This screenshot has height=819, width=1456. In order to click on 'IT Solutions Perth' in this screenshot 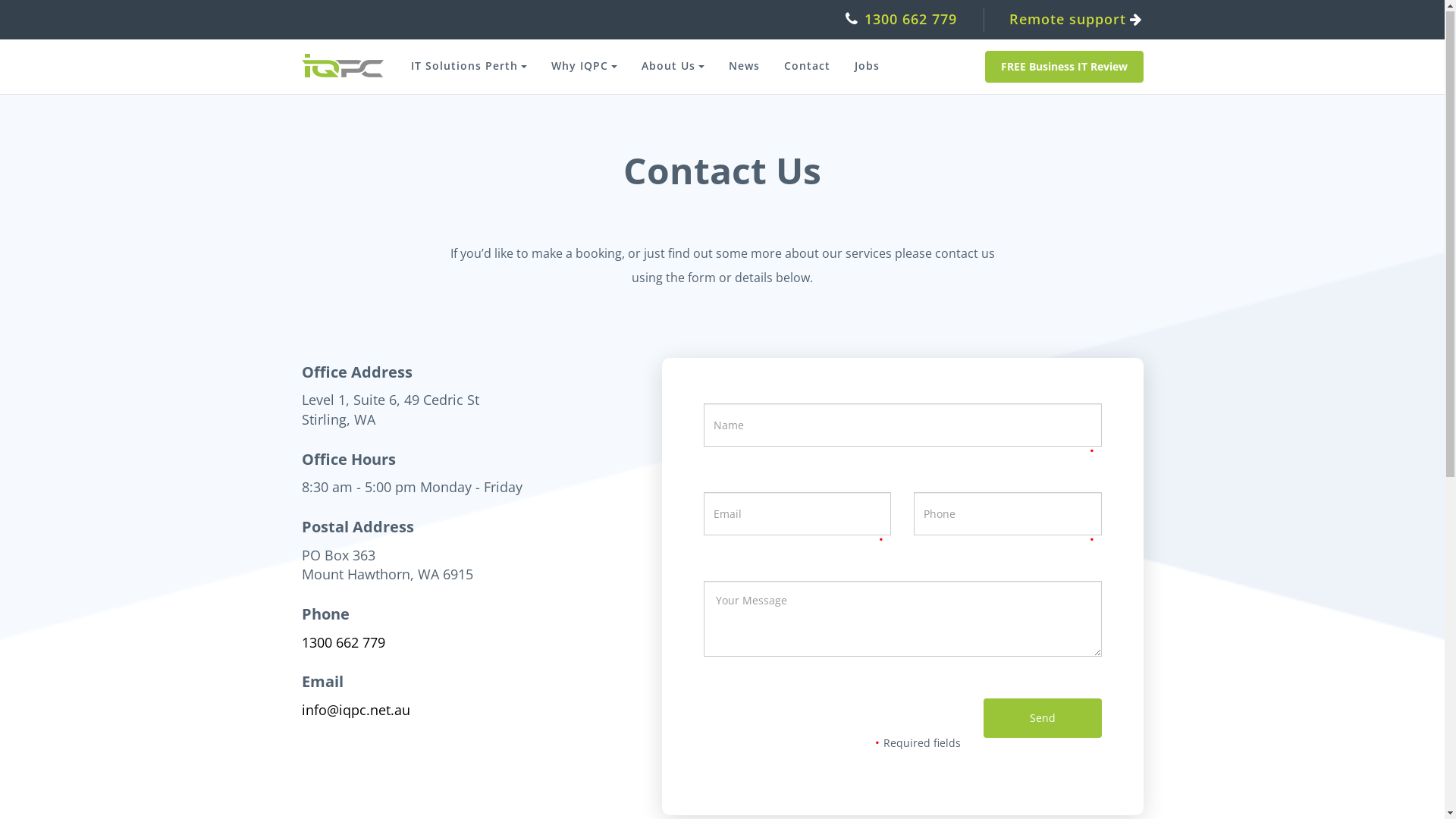, I will do `click(468, 66)`.